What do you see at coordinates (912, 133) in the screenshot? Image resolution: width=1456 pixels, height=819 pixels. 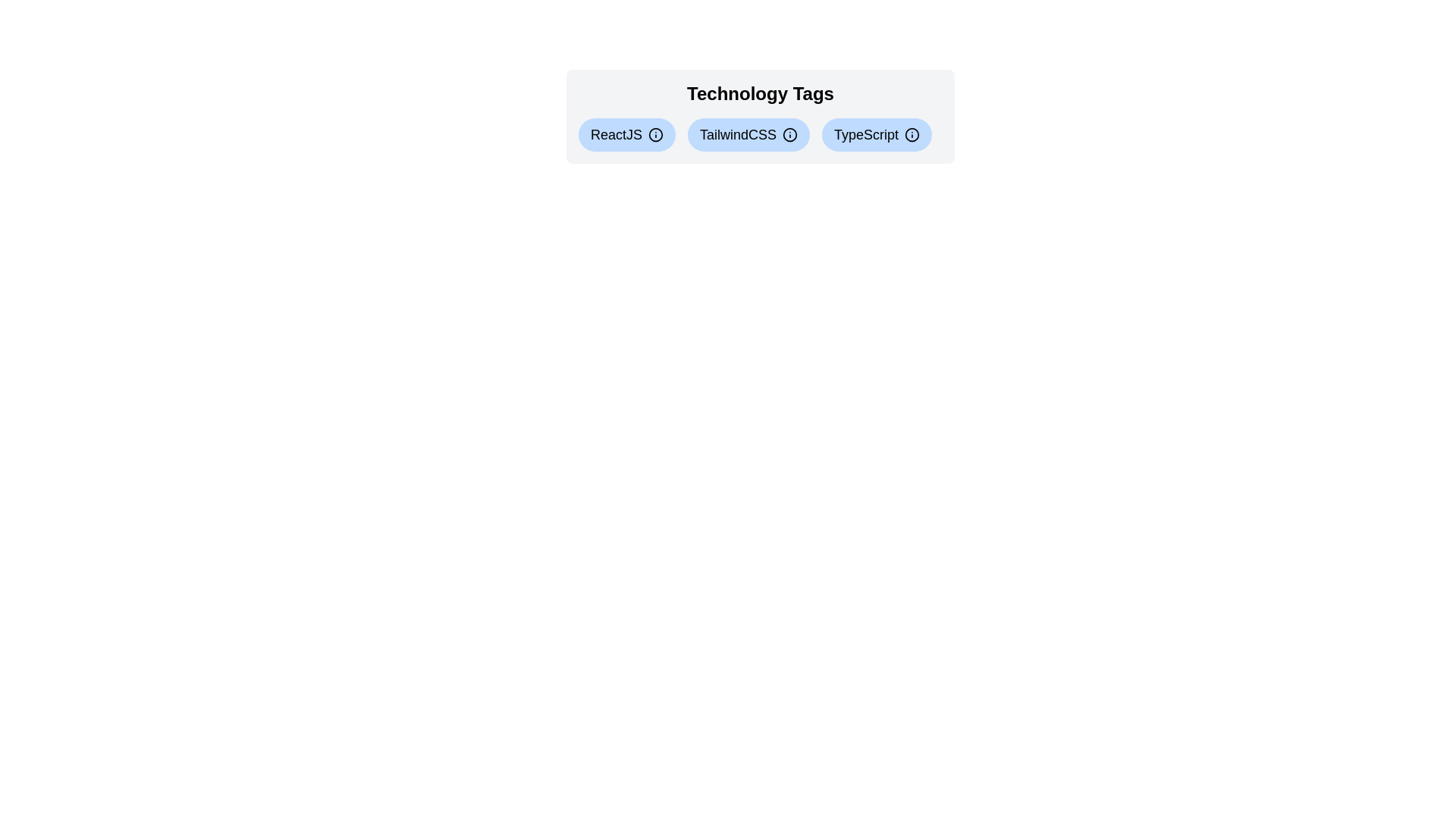 I see `the 'Info' icon of the tag labeled TypeScript` at bounding box center [912, 133].